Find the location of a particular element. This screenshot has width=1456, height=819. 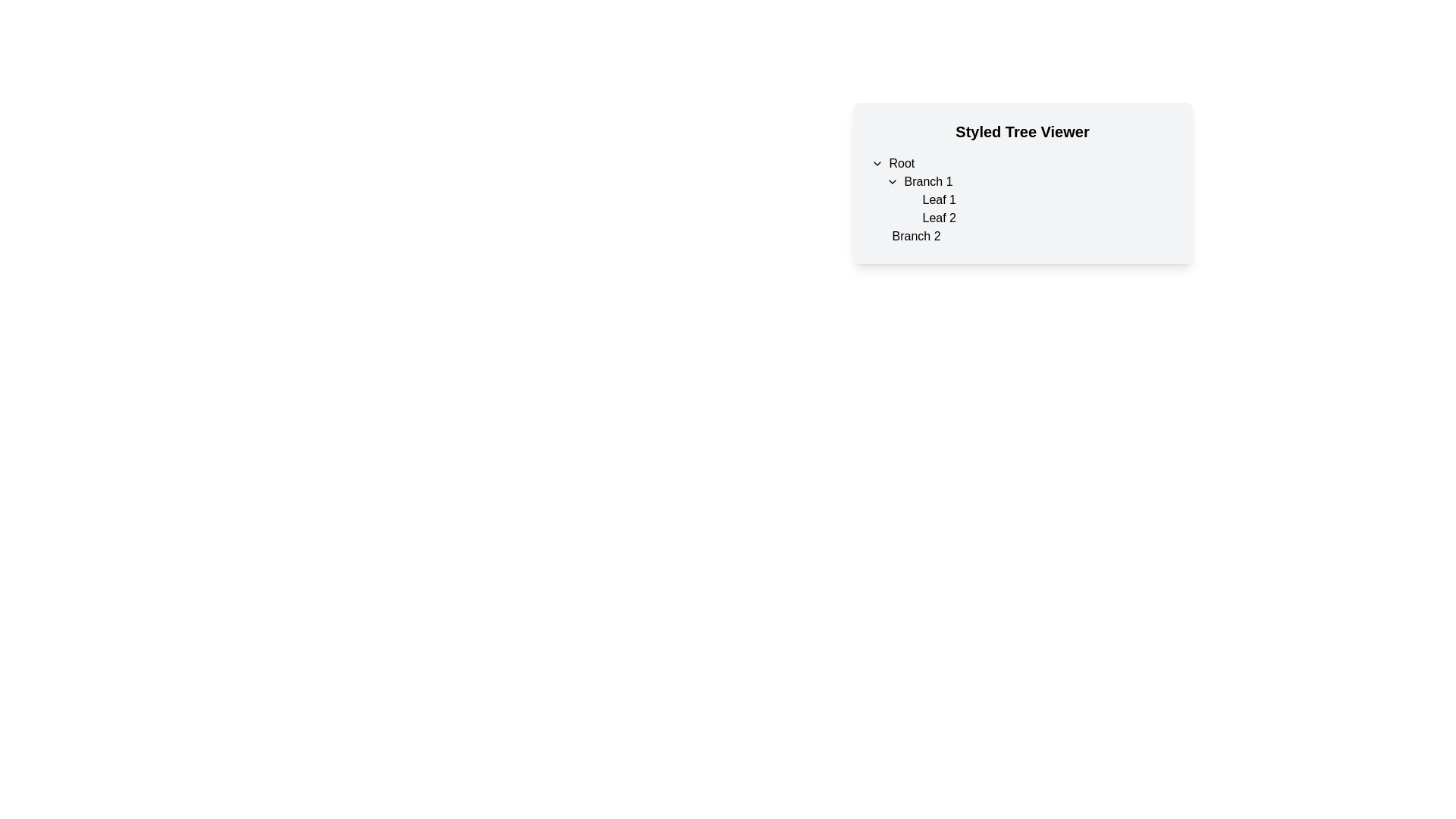

the Chevron Icon located to the left of the 'Branch 1' text label in the collapsible navigation tree is located at coordinates (892, 180).